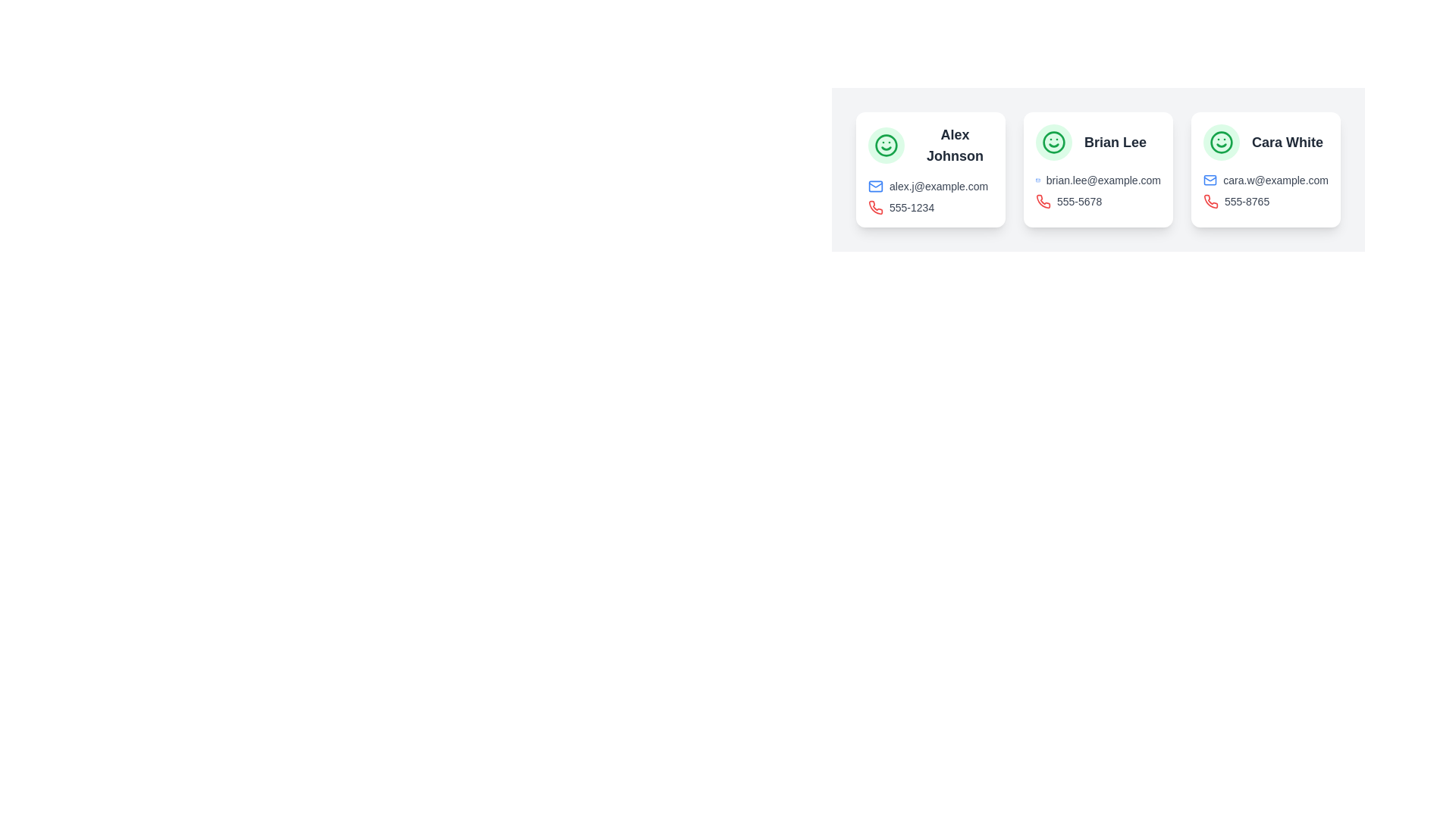 The image size is (1456, 819). What do you see at coordinates (1116, 143) in the screenshot?
I see `the text content of the label displaying the name 'Brian Lee', which is styled in a bold font with dark gray color on a light background, located in the middle card of three profile cards` at bounding box center [1116, 143].